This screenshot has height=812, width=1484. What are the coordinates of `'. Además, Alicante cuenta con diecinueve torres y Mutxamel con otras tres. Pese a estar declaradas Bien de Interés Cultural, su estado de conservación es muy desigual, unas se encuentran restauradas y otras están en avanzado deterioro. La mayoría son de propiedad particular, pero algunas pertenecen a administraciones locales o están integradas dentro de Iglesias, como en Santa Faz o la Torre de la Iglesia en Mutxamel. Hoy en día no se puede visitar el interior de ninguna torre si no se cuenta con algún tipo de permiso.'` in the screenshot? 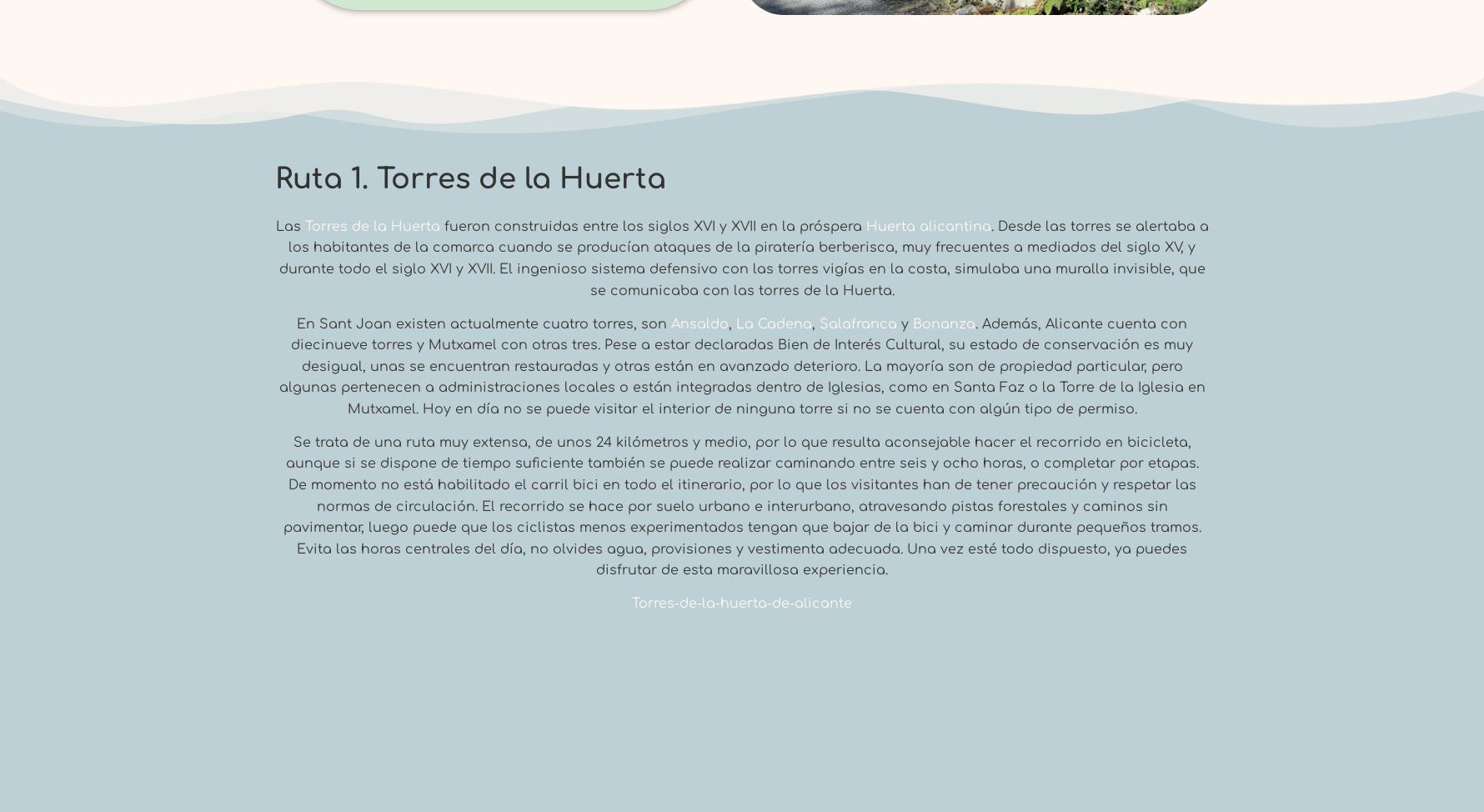 It's located at (740, 364).